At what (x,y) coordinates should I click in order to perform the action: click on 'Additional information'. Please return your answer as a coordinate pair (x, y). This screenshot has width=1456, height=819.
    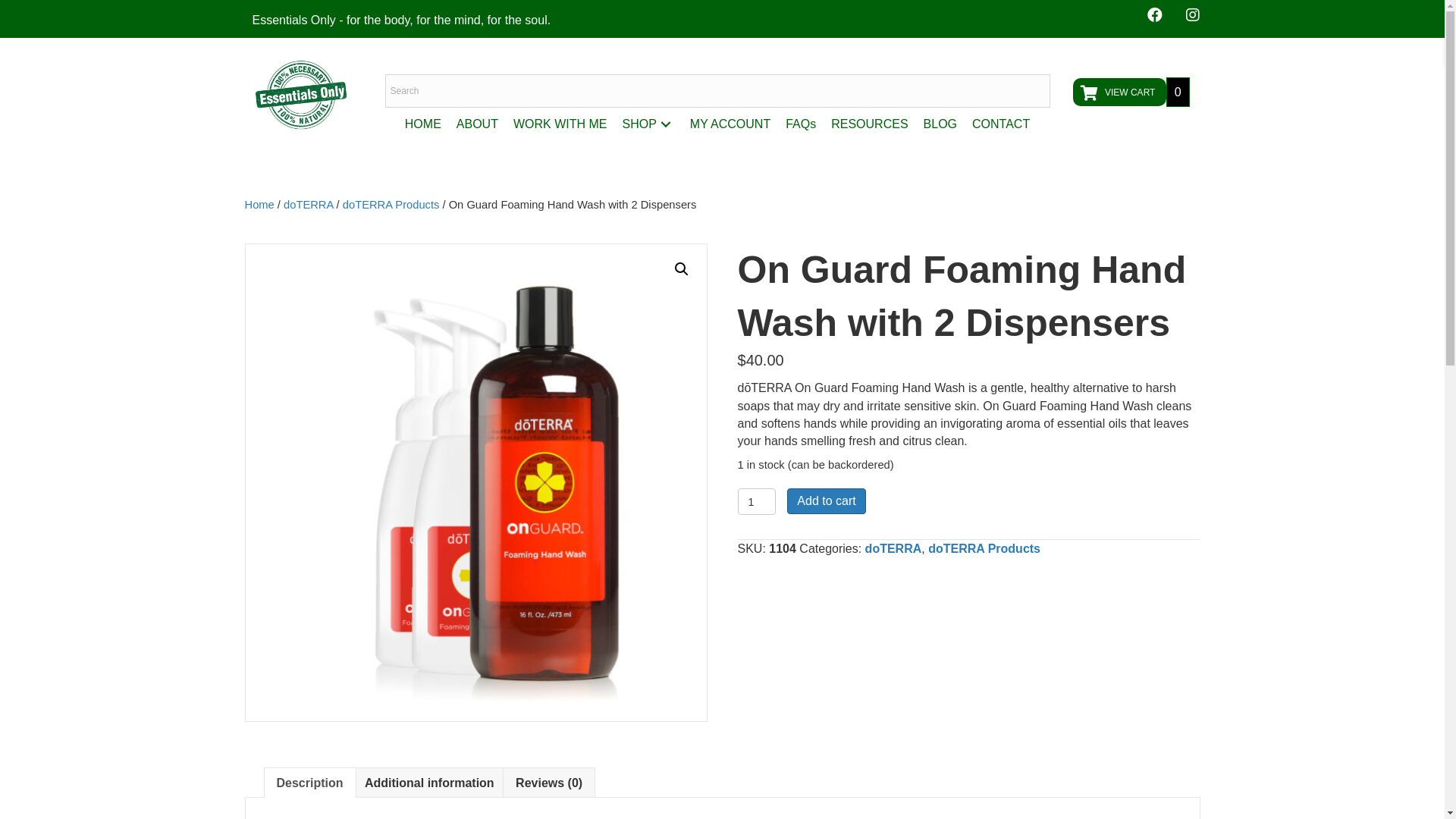
    Looking at the image, I should click on (428, 783).